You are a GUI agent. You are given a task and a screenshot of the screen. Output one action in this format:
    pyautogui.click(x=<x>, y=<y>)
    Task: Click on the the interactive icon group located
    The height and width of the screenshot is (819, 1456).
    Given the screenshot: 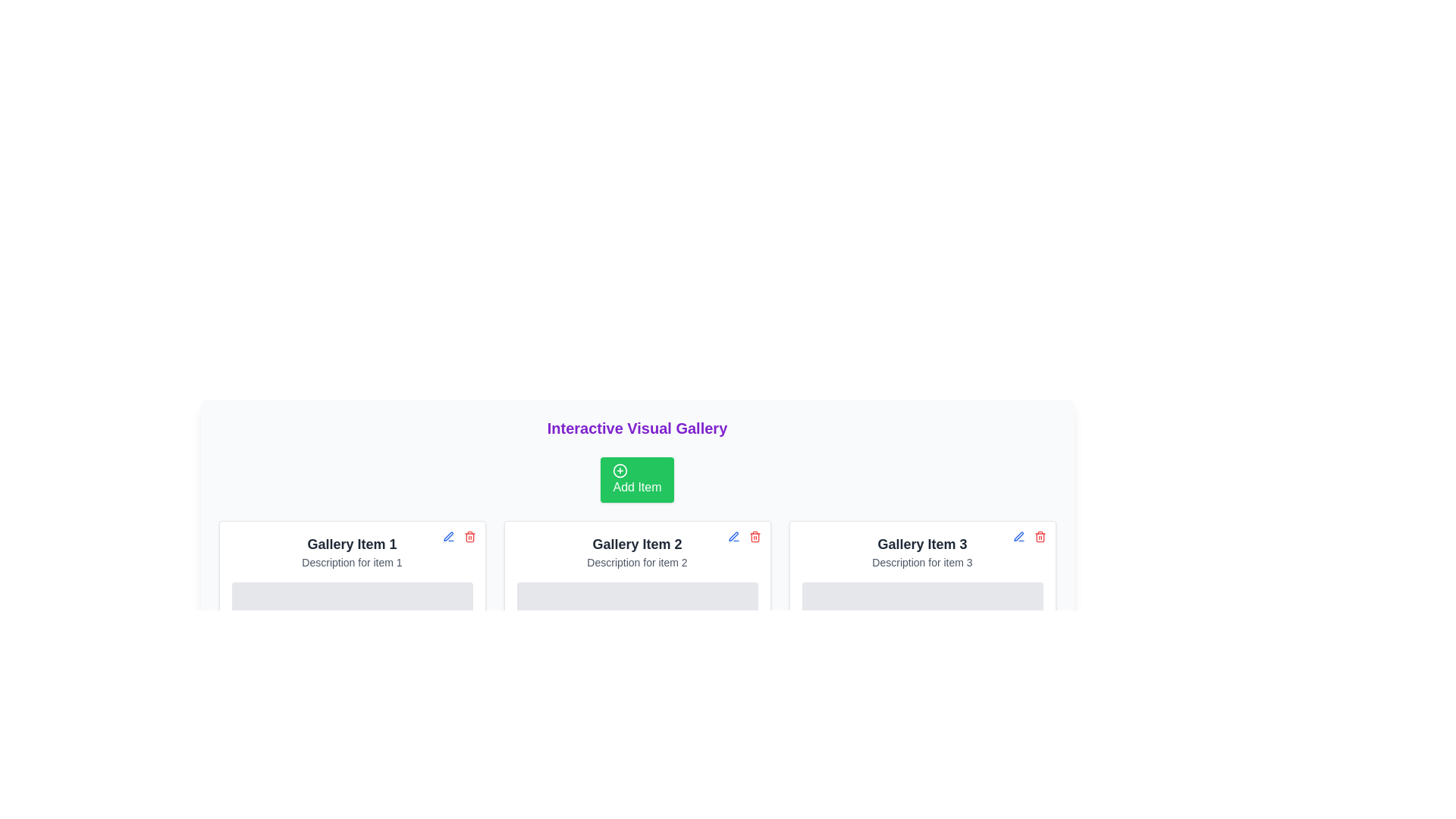 What is the action you would take?
    pyautogui.click(x=458, y=536)
    